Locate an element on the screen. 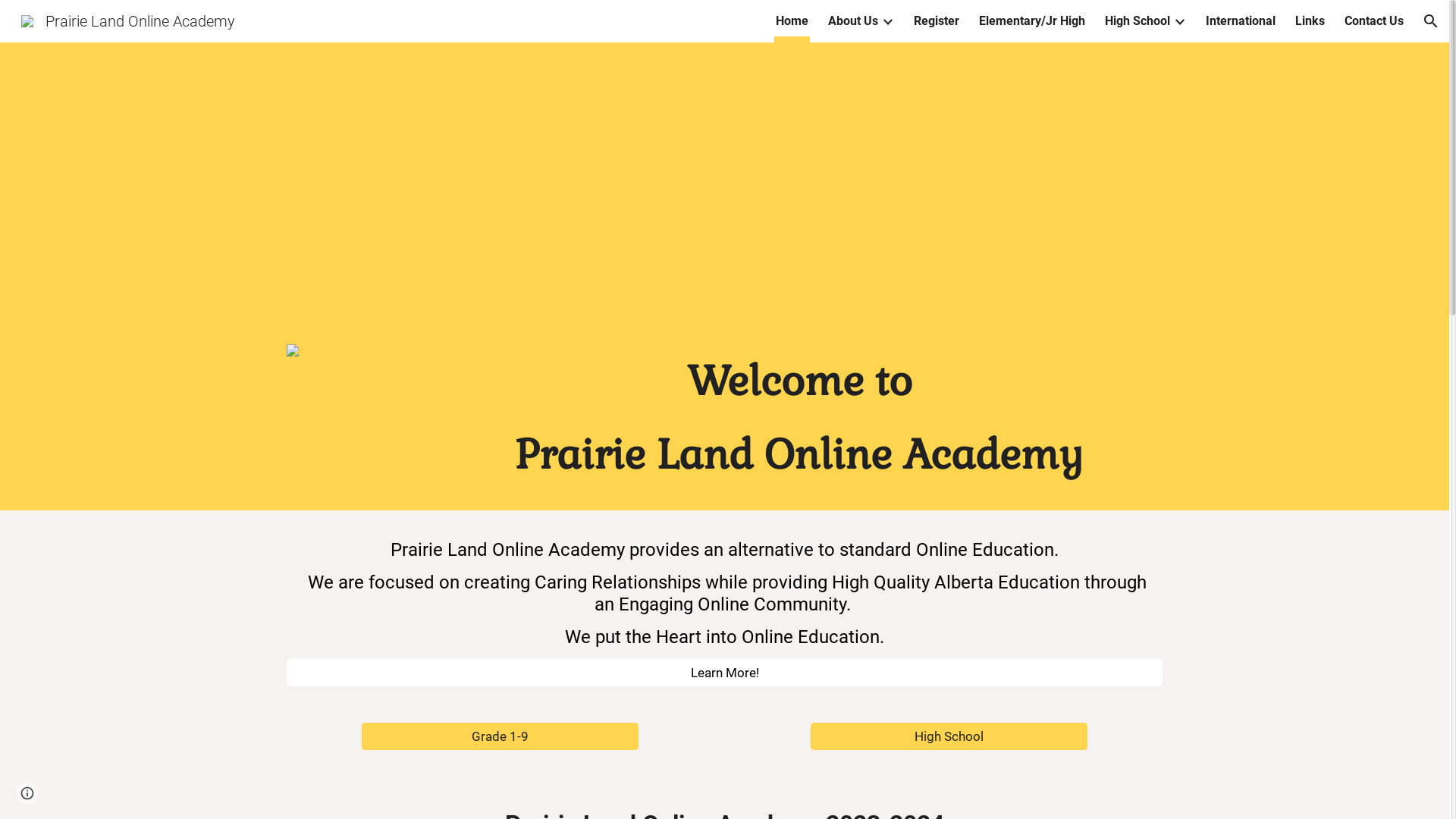 This screenshot has height=819, width=1456. 'Register' is located at coordinates (935, 20).